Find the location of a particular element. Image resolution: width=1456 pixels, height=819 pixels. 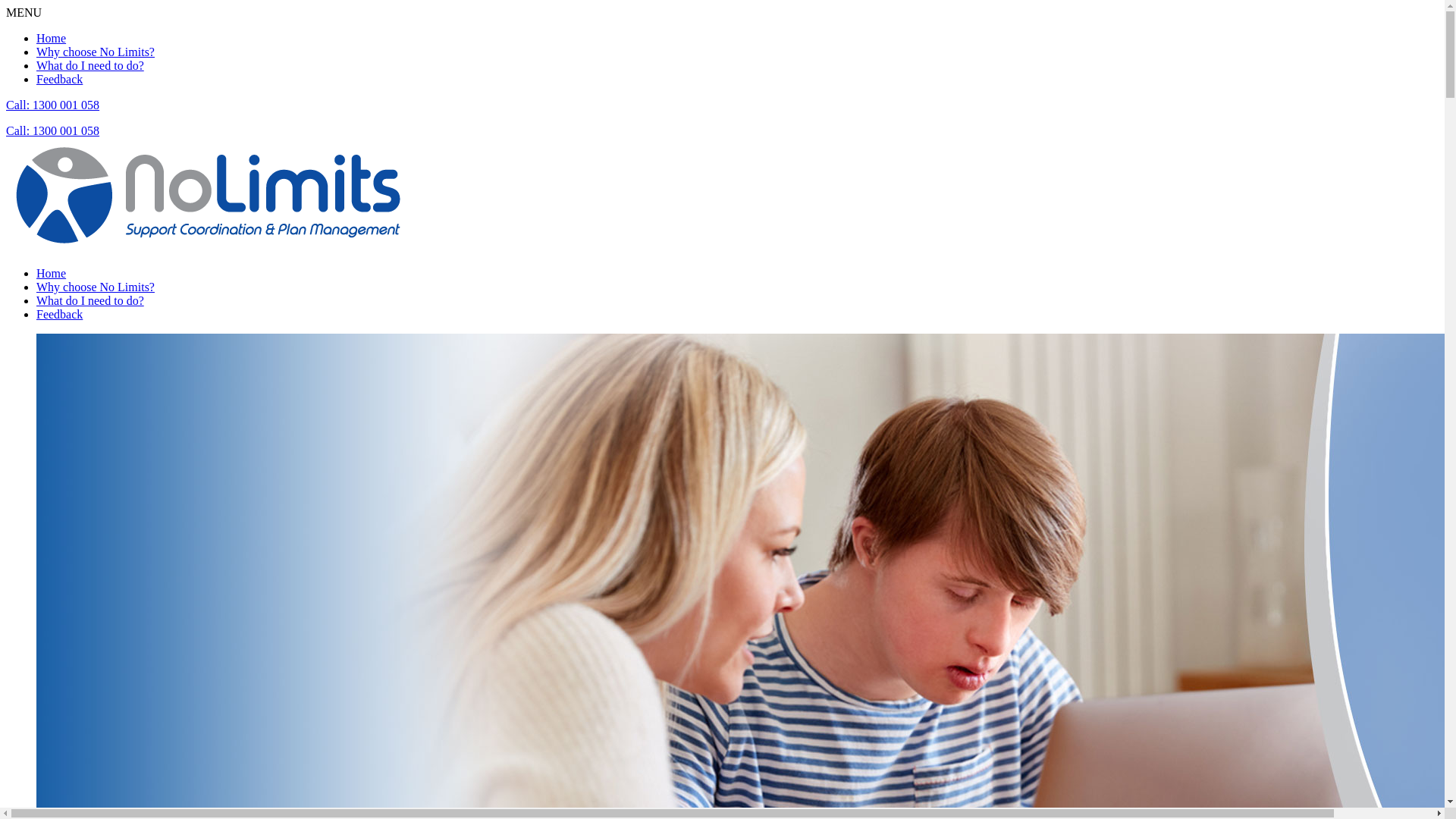

'MENU' is located at coordinates (24, 12).